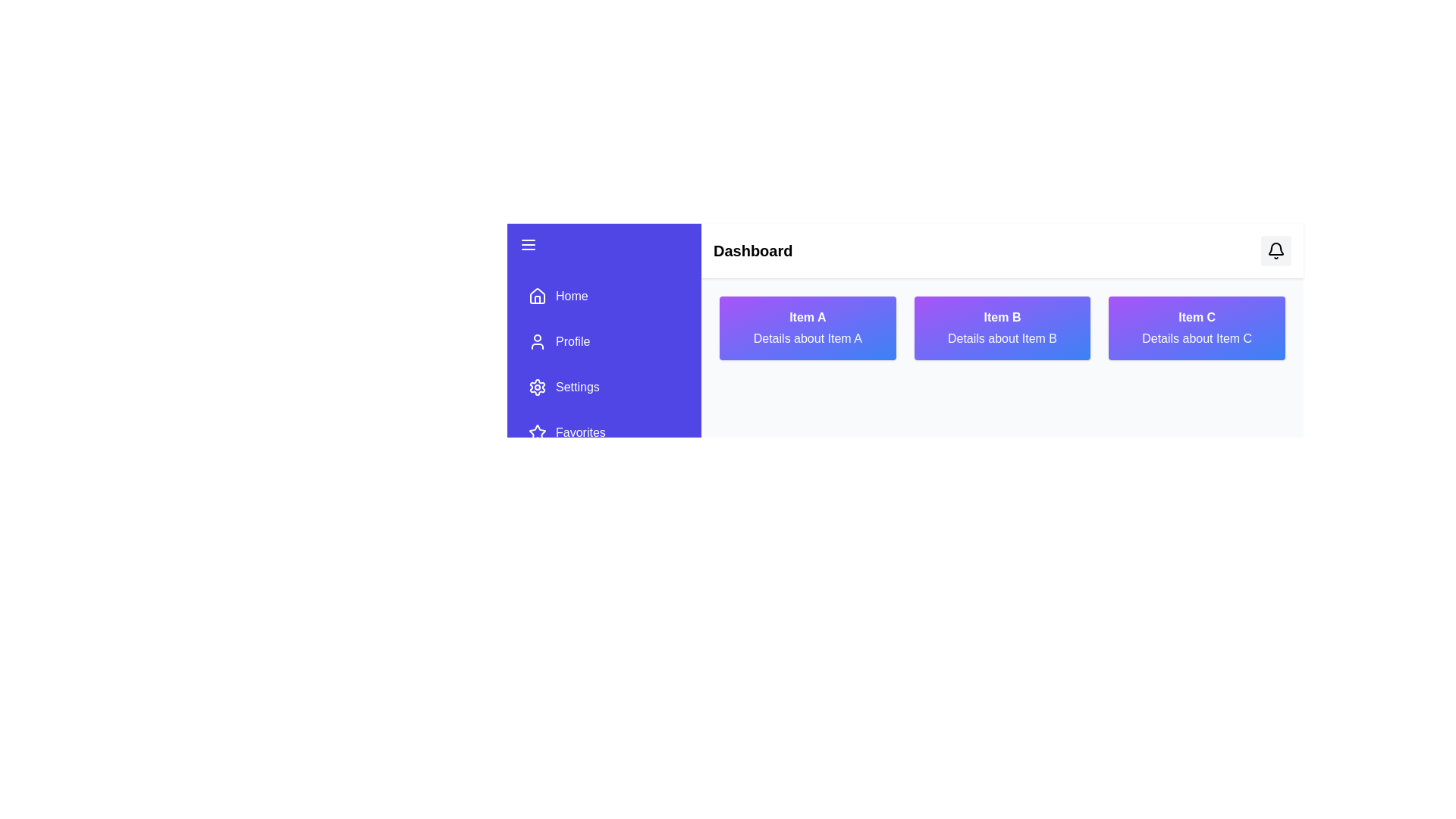 Image resolution: width=1456 pixels, height=819 pixels. What do you see at coordinates (538, 386) in the screenshot?
I see `the gear icon in the left sidebar menu, which represents the settings option` at bounding box center [538, 386].